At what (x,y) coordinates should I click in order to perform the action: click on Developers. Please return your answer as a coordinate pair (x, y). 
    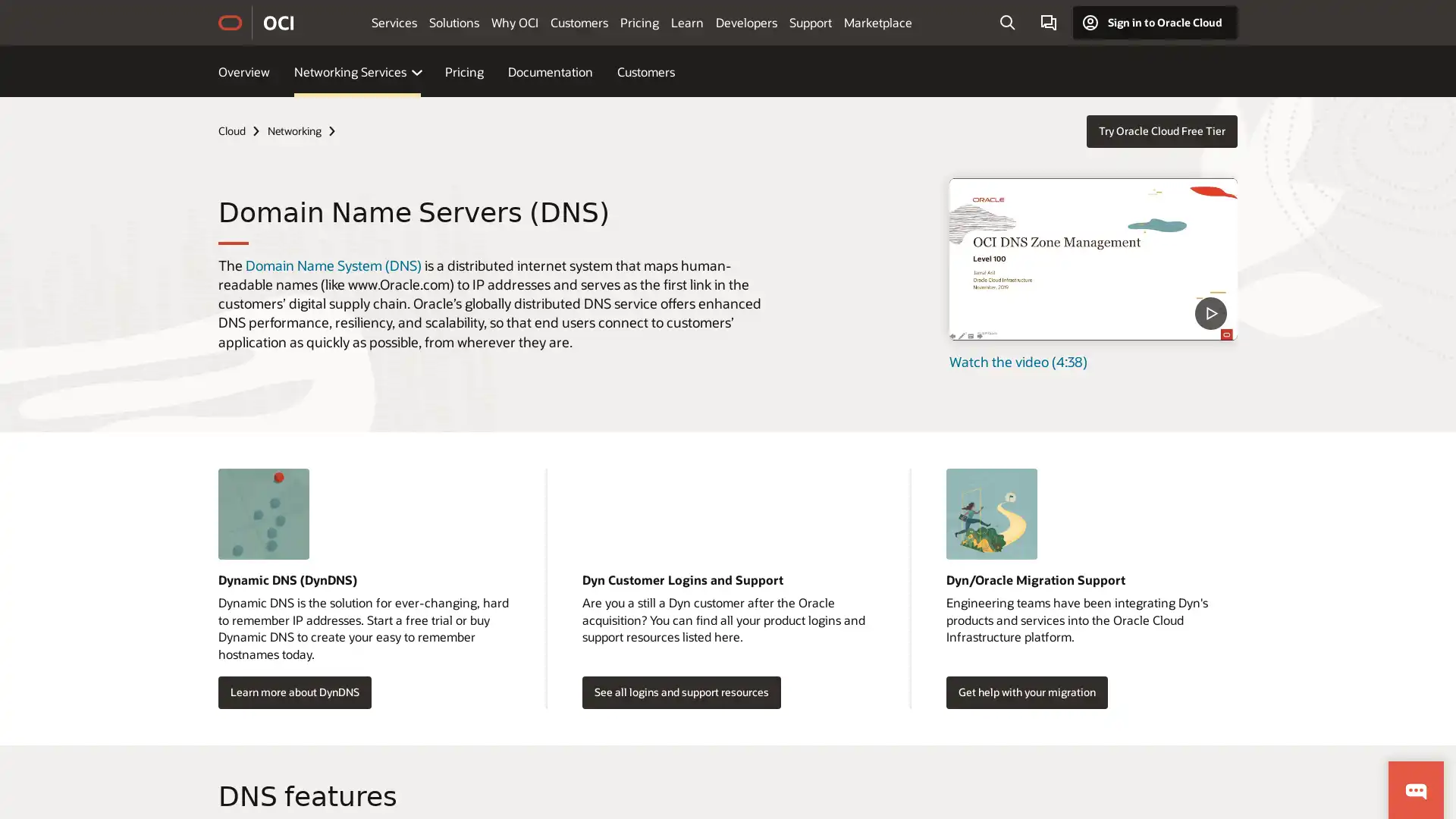
    Looking at the image, I should click on (746, 22).